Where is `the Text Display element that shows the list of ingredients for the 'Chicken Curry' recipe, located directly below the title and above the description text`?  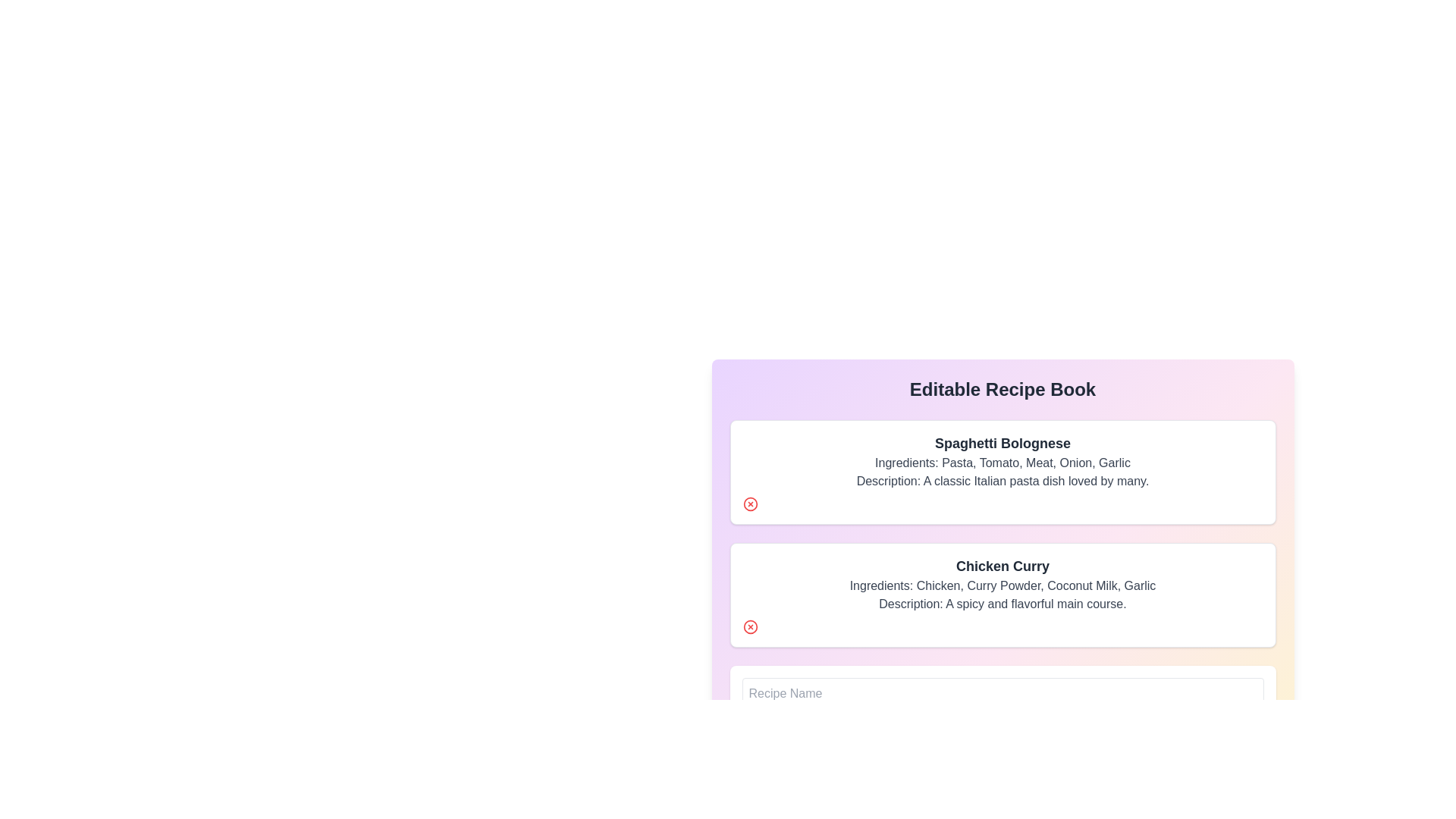 the Text Display element that shows the list of ingredients for the 'Chicken Curry' recipe, located directly below the title and above the description text is located at coordinates (1003, 585).